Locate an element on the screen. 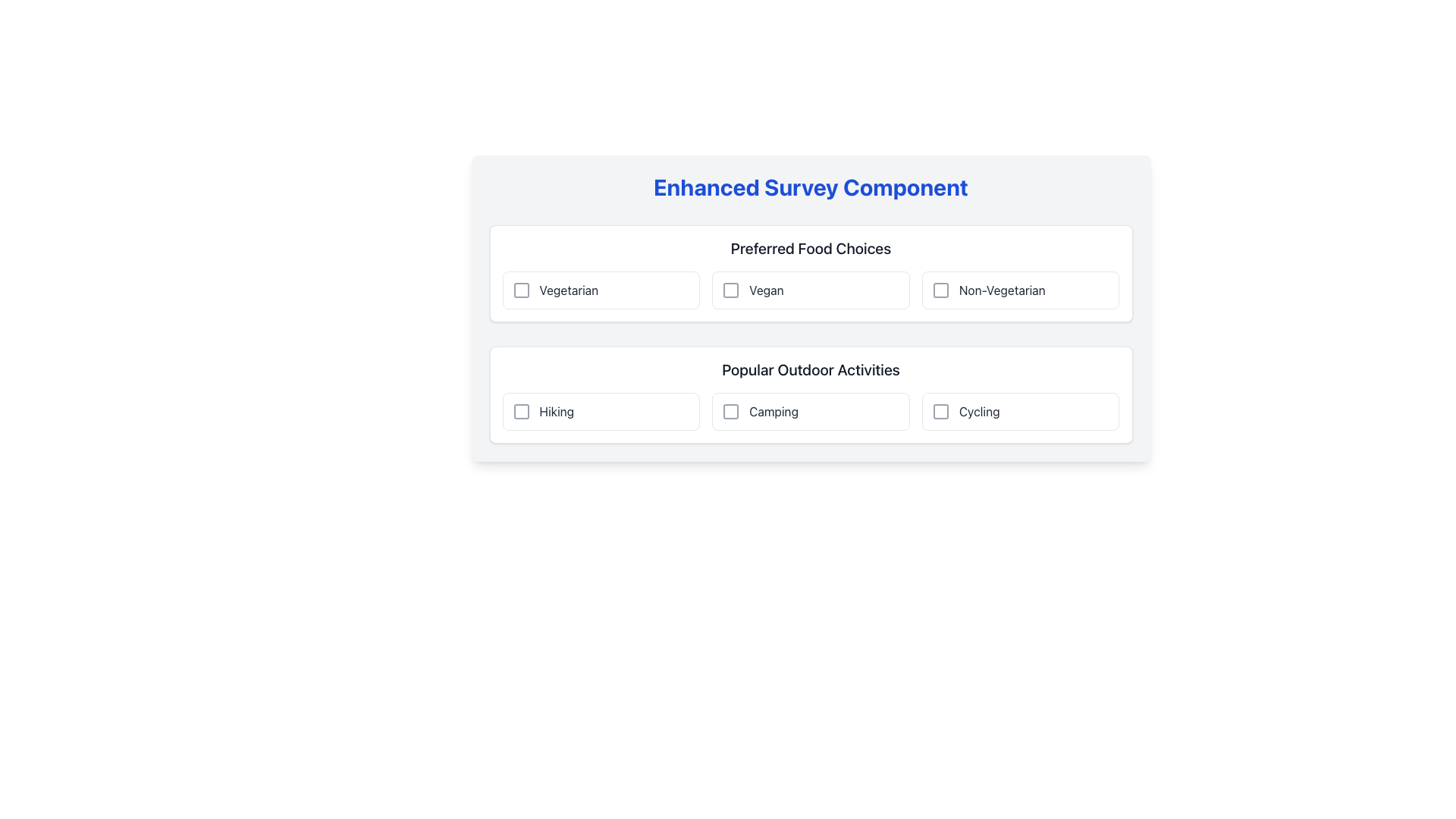 The height and width of the screenshot is (819, 1456). the small square icon outlined in a thin gray stroke, which is part of the 'Camping' card in the 'Popular Outdoor Activities' section is located at coordinates (731, 412).